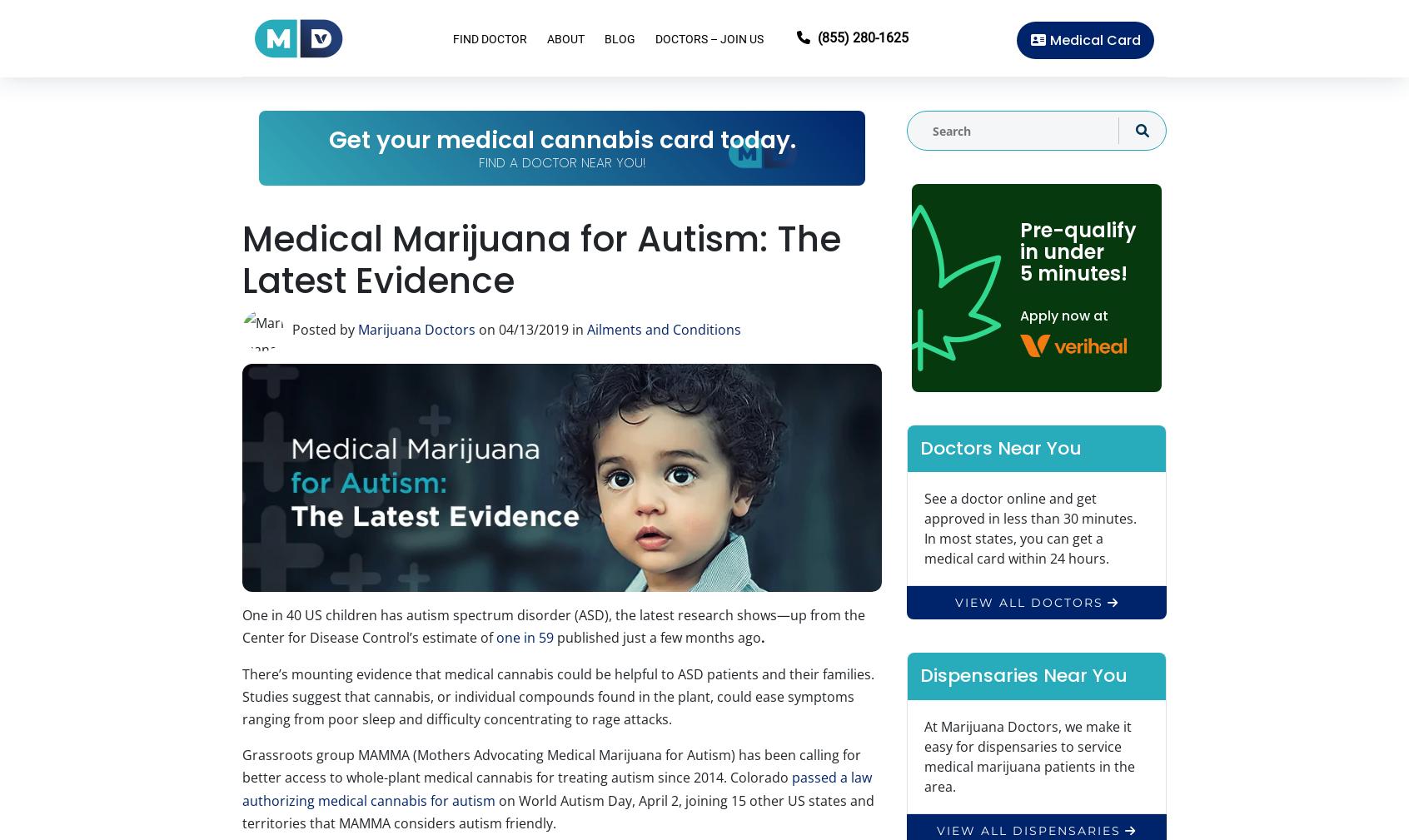 The image size is (1409, 840). I want to click on 'Posted by', so click(325, 329).